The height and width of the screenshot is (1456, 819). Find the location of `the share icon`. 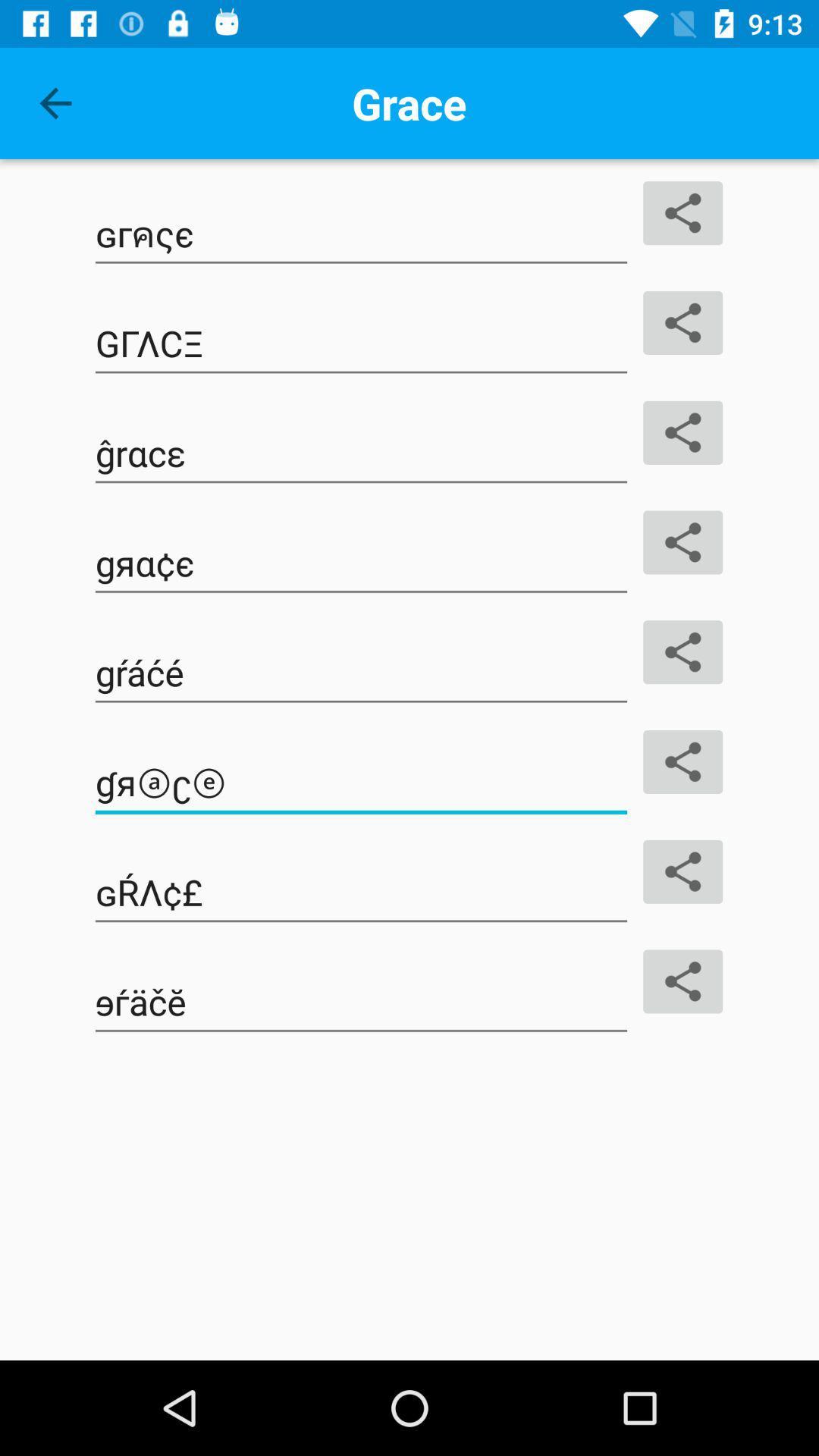

the share icon is located at coordinates (682, 652).